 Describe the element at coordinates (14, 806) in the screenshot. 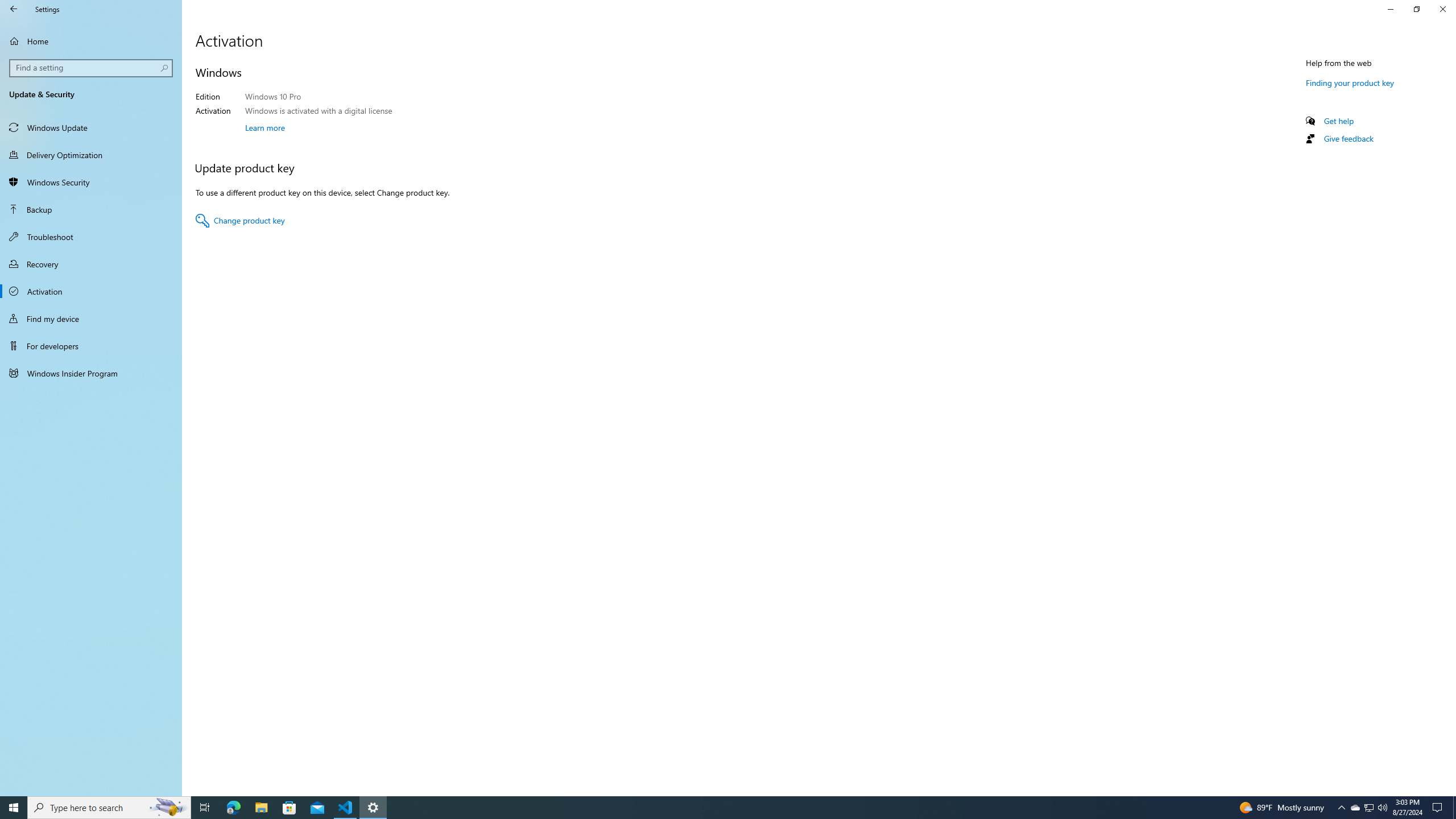

I see `'Start'` at that location.